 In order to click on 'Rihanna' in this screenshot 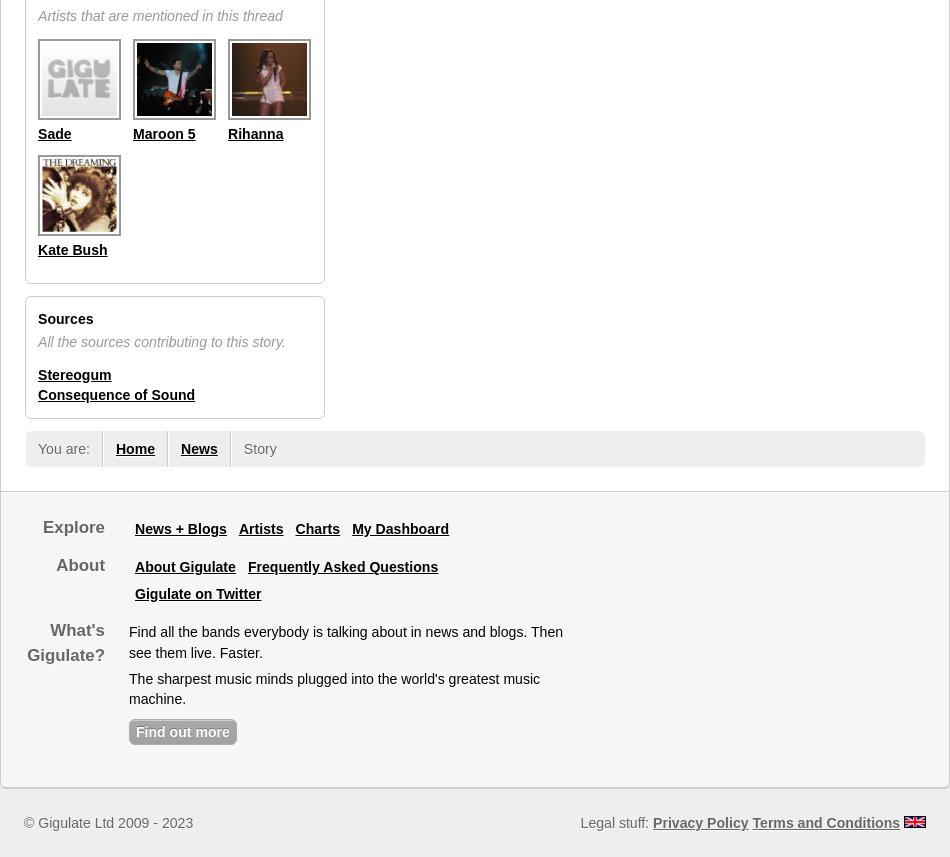, I will do `click(254, 132)`.